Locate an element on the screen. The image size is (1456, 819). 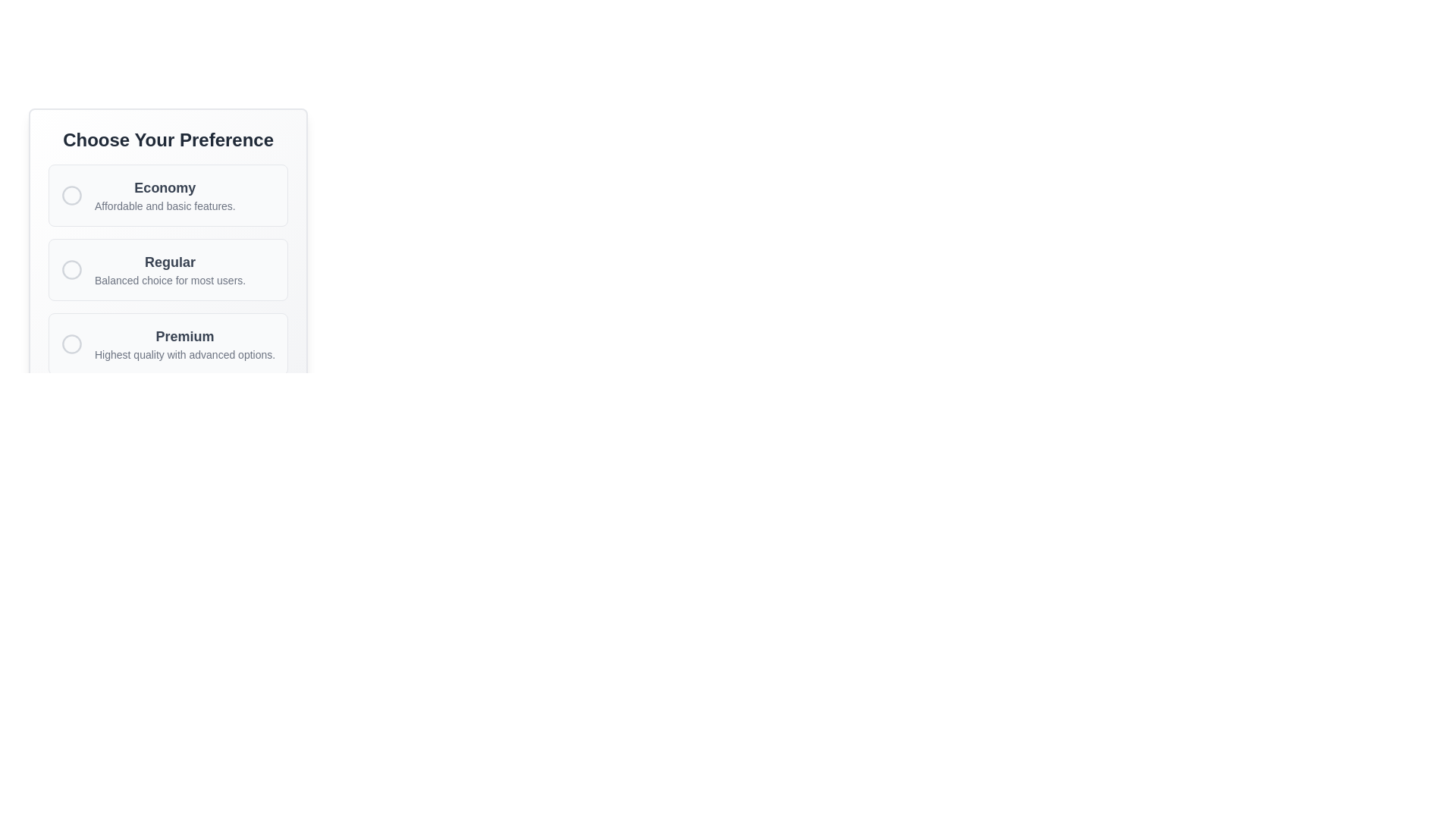
the 'Regular' text label, which is the second choice option in the list under 'Choose Your Preference', featuring a bold 'Regular' and a smaller gray description 'Balanced choice for most users' is located at coordinates (170, 268).